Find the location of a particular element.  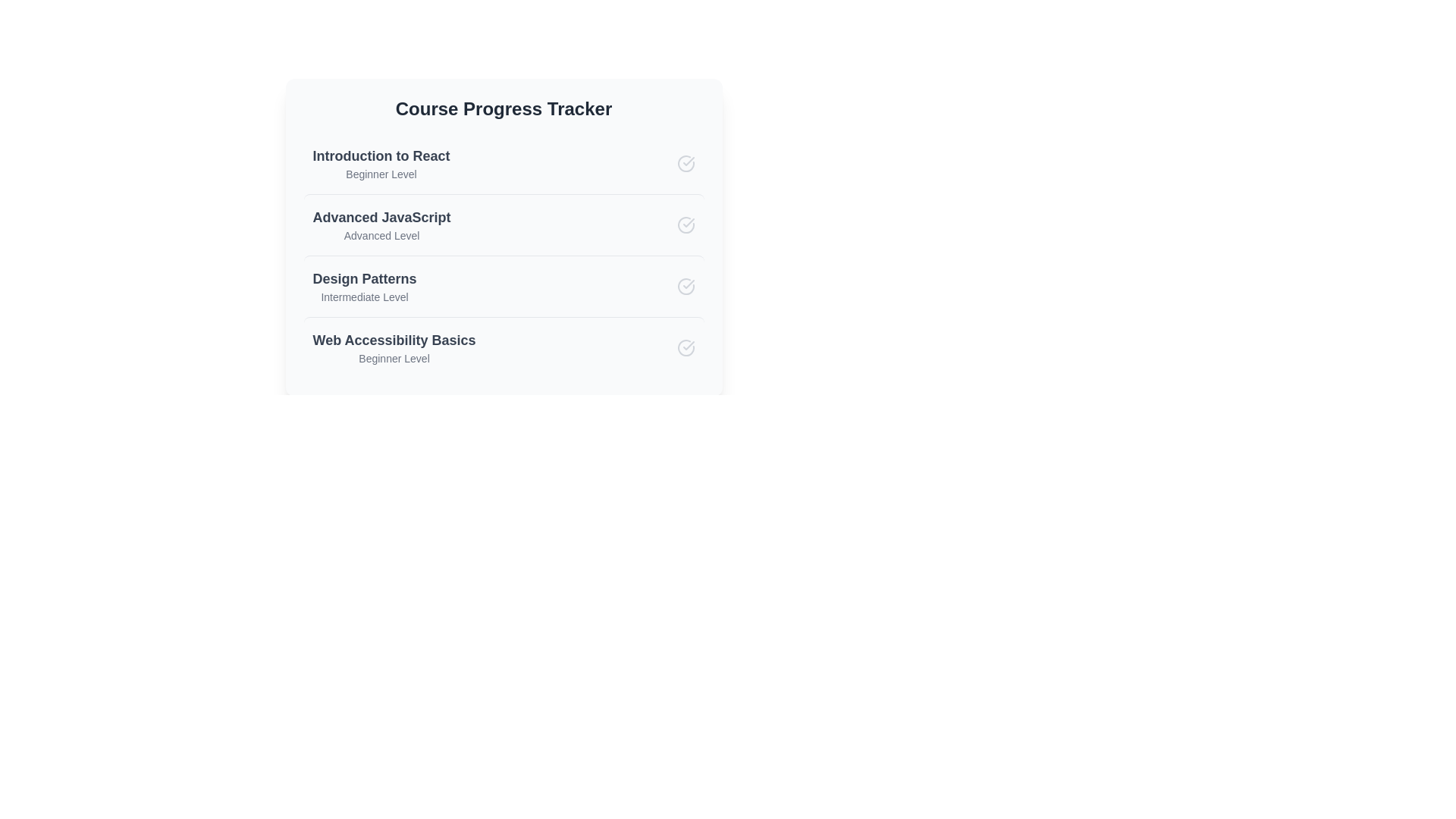

the label that describes content related to 'Advanced JavaScript' at an 'Advanced Level' of difficulty, which is located below 'Introduction to React' and above 'Design Patterns' is located at coordinates (381, 225).